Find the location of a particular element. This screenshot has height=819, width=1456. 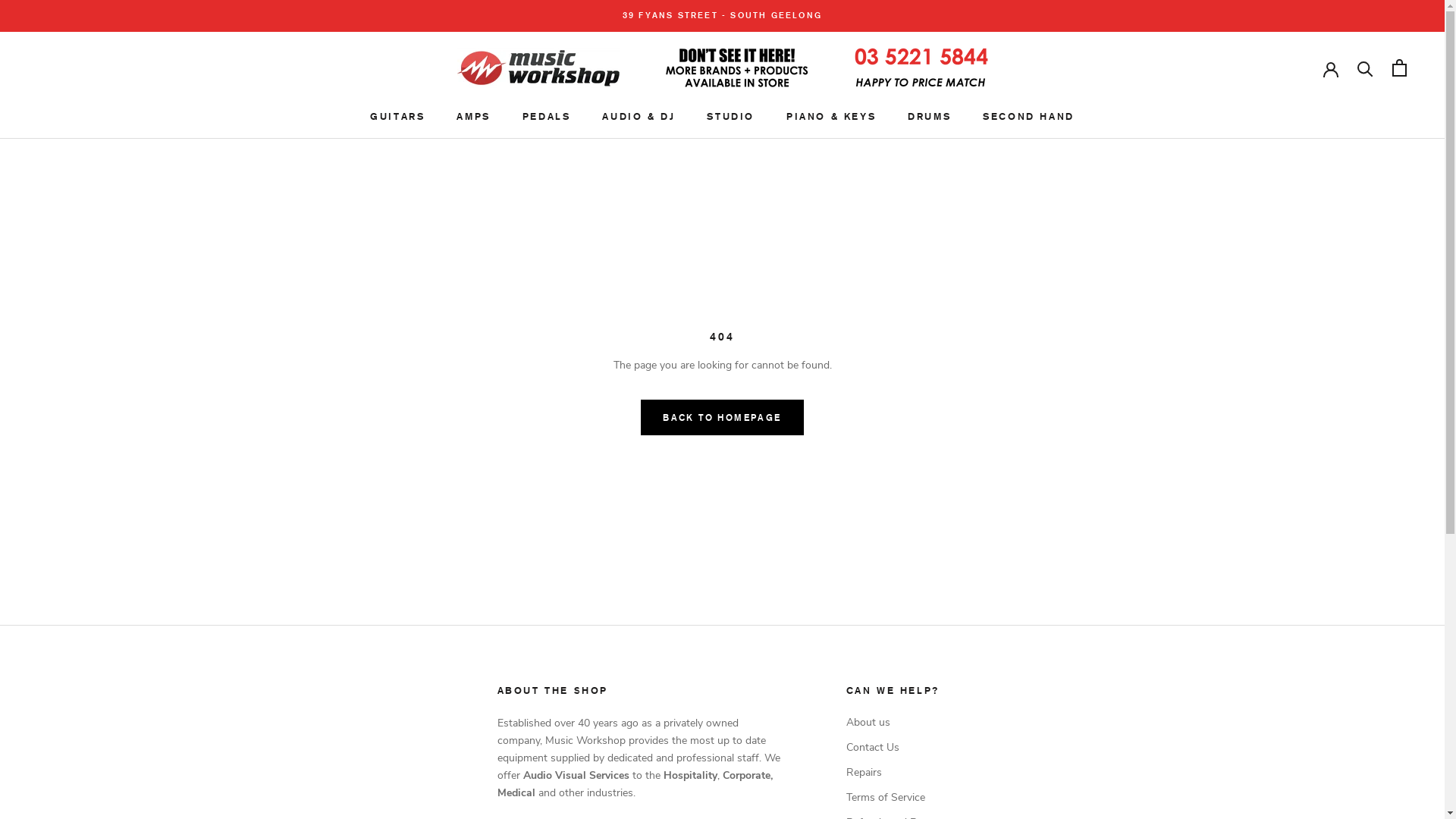

'Repairs' is located at coordinates (896, 772).